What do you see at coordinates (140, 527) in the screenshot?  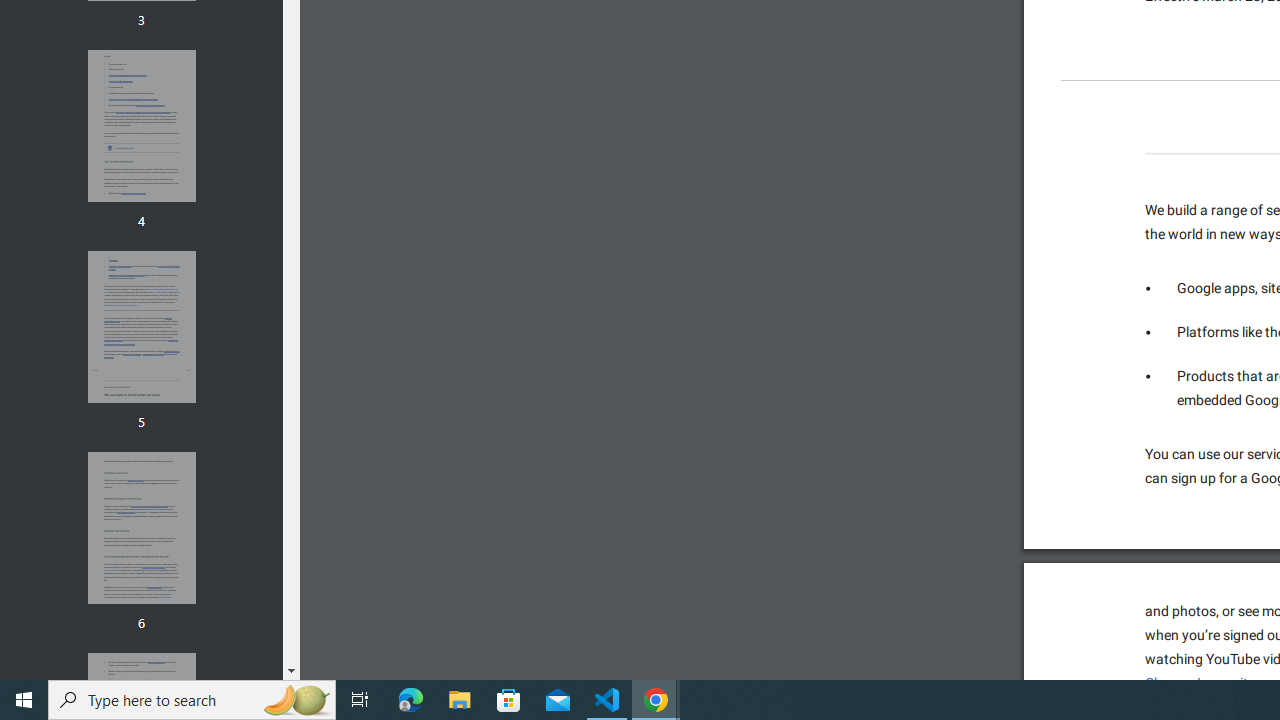 I see `'Thumbnail for page 6'` at bounding box center [140, 527].